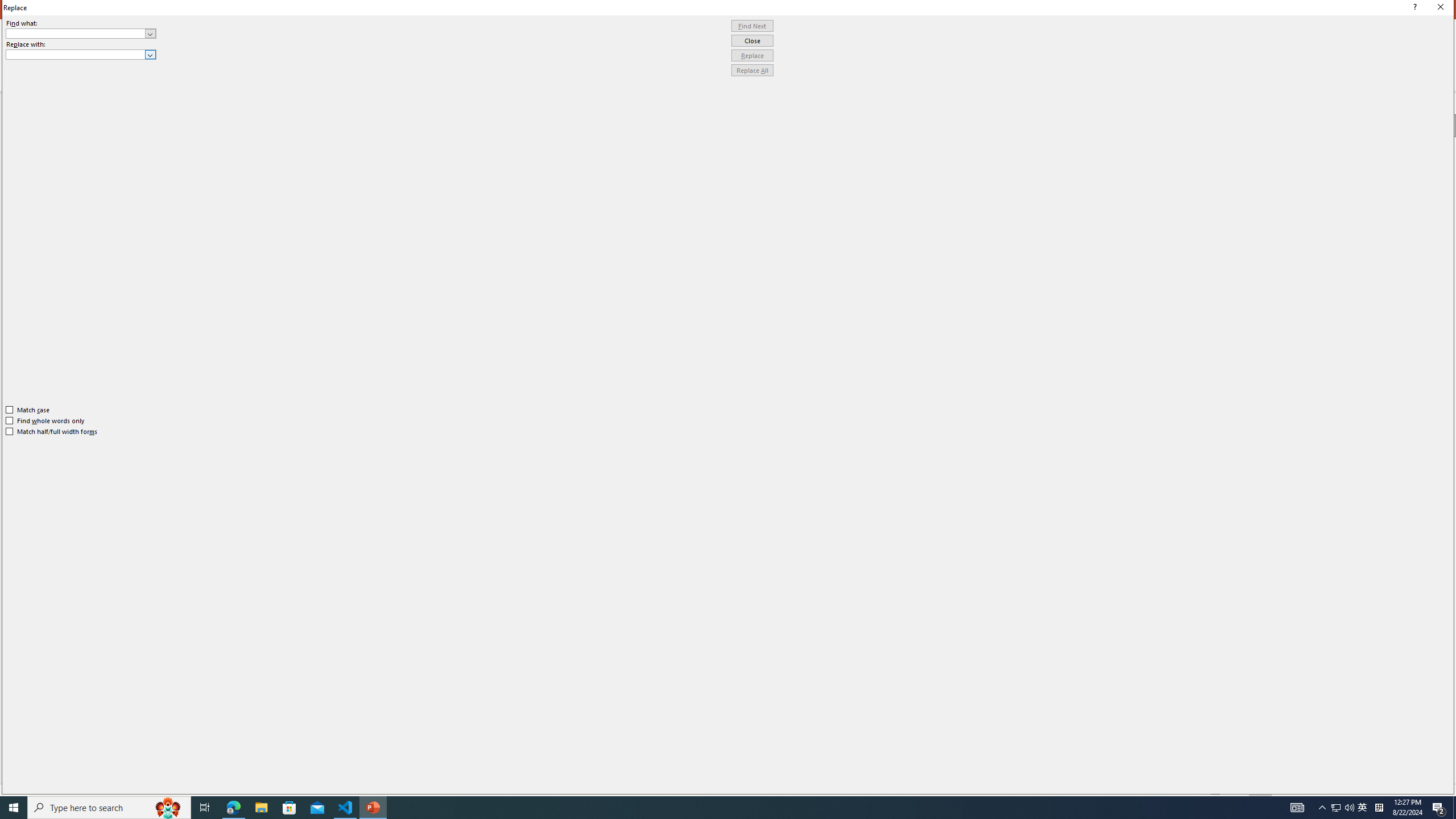 The width and height of the screenshot is (1456, 819). What do you see at coordinates (81, 54) in the screenshot?
I see `'Replace with'` at bounding box center [81, 54].